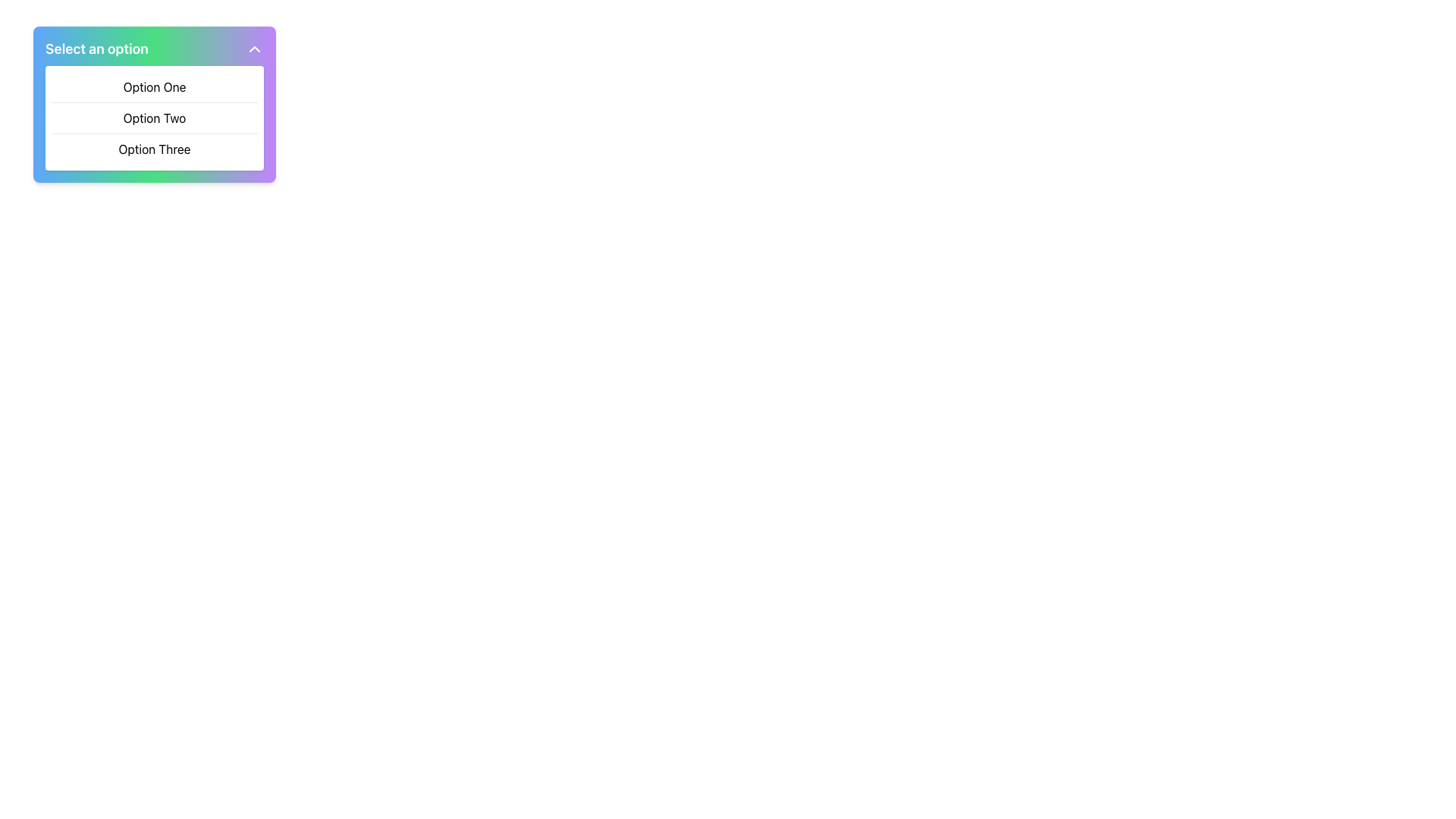 This screenshot has width=1456, height=819. Describe the element at coordinates (154, 117) in the screenshot. I see `the dropdown menu located at the center of the bounding box` at that location.